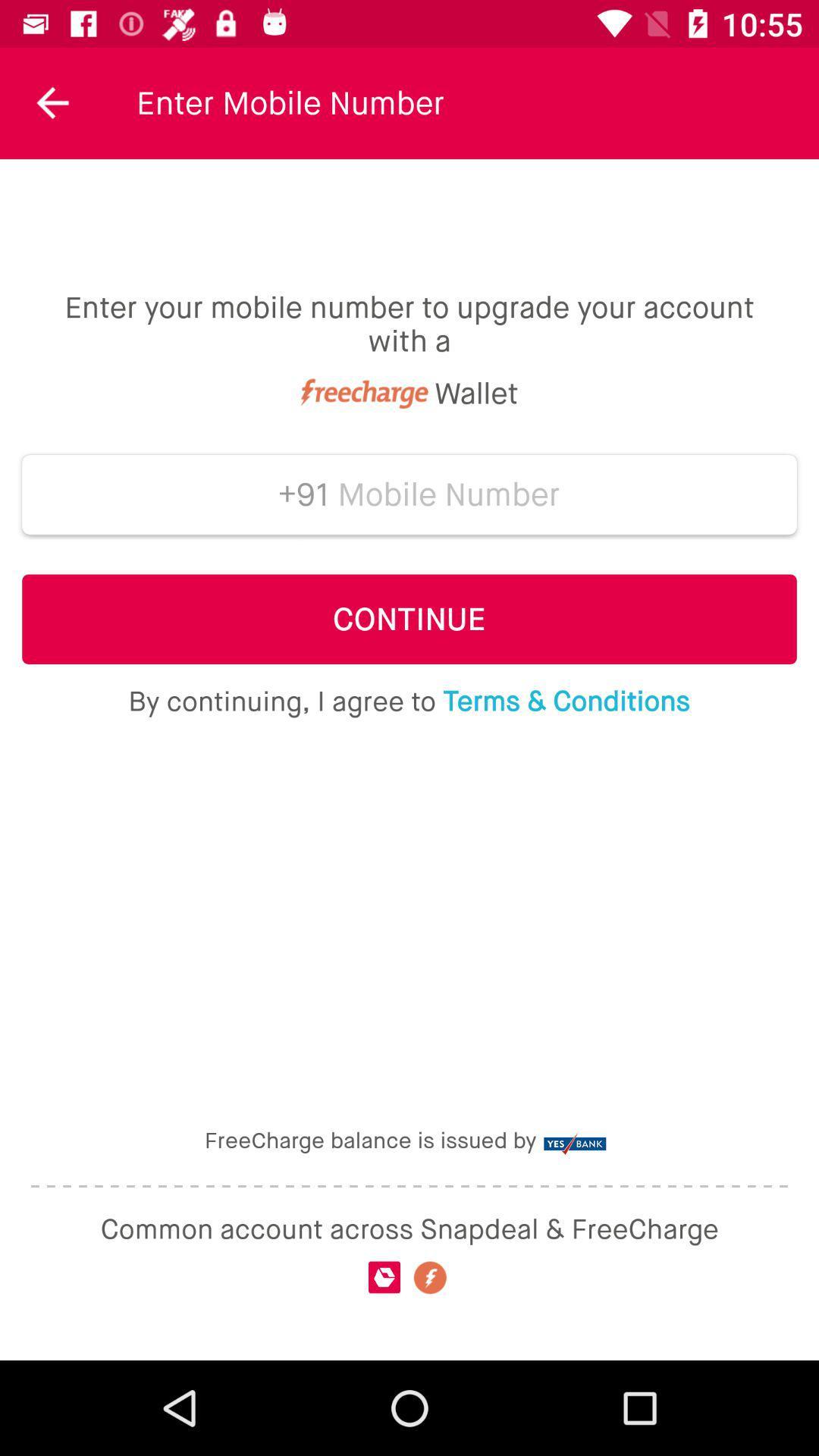 This screenshot has width=819, height=1456. What do you see at coordinates (409, 619) in the screenshot?
I see `continue item` at bounding box center [409, 619].